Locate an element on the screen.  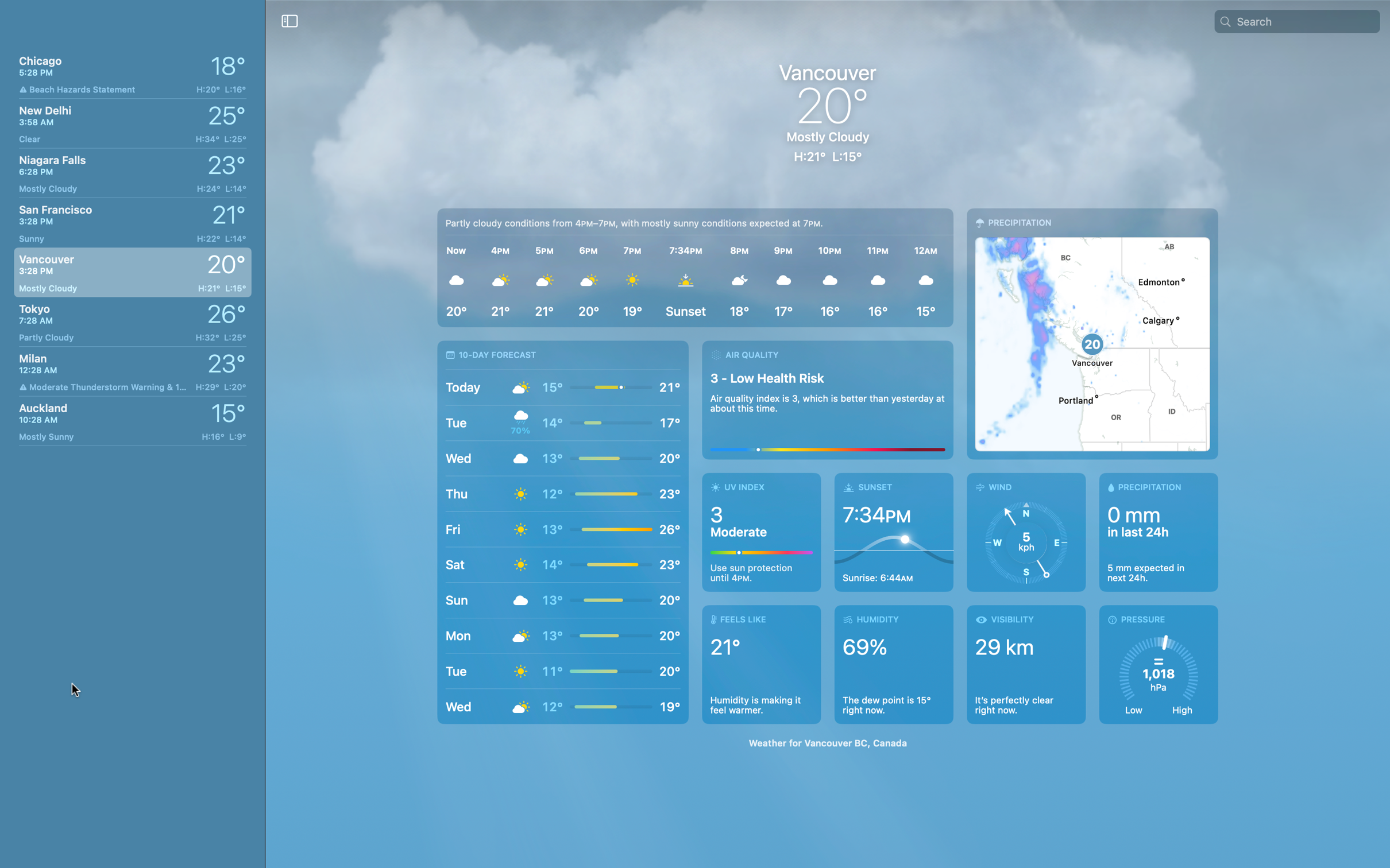
Change the city to London using the search bar is located at coordinates (1305, 20).